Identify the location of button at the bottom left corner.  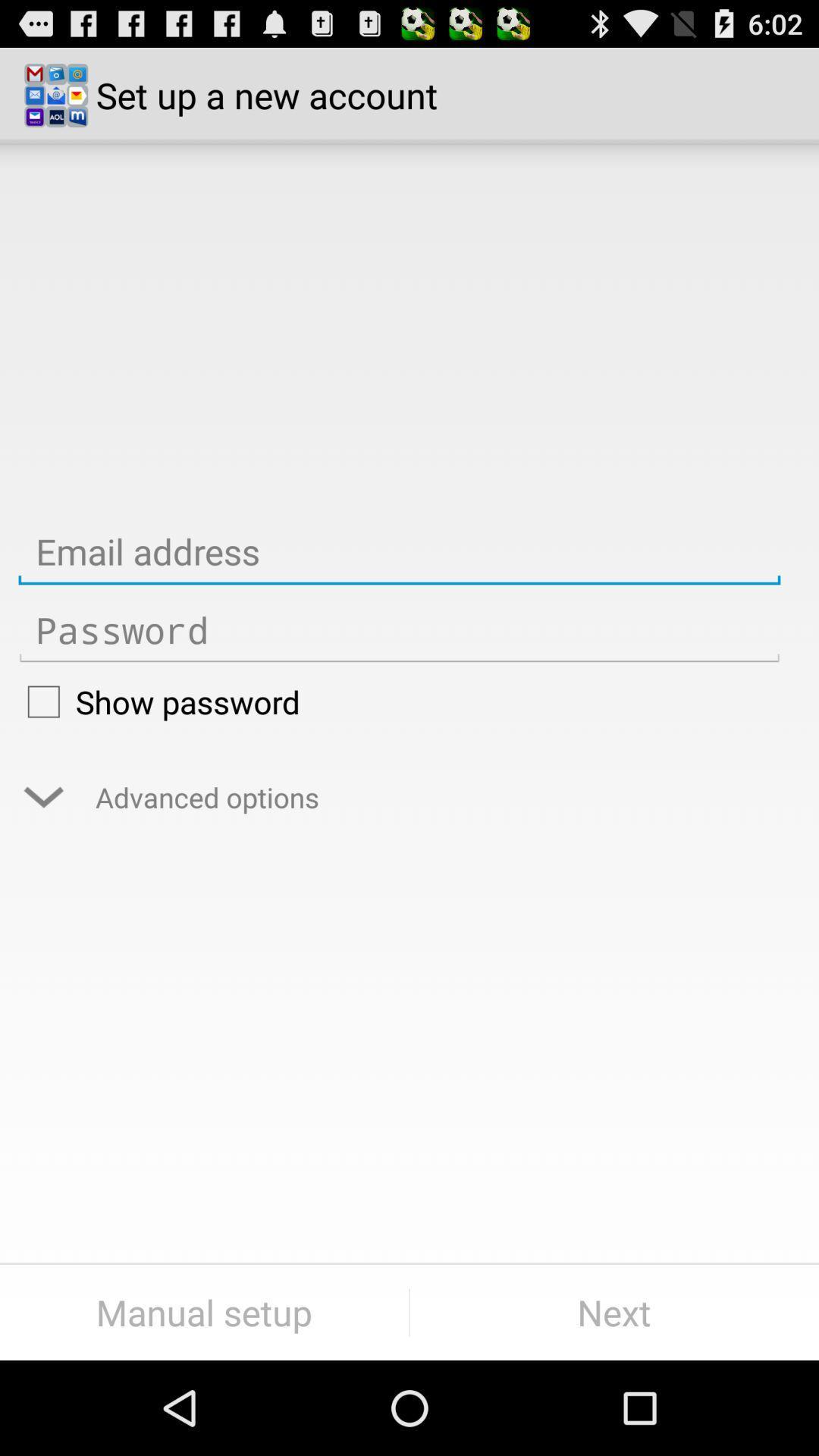
(203, 1312).